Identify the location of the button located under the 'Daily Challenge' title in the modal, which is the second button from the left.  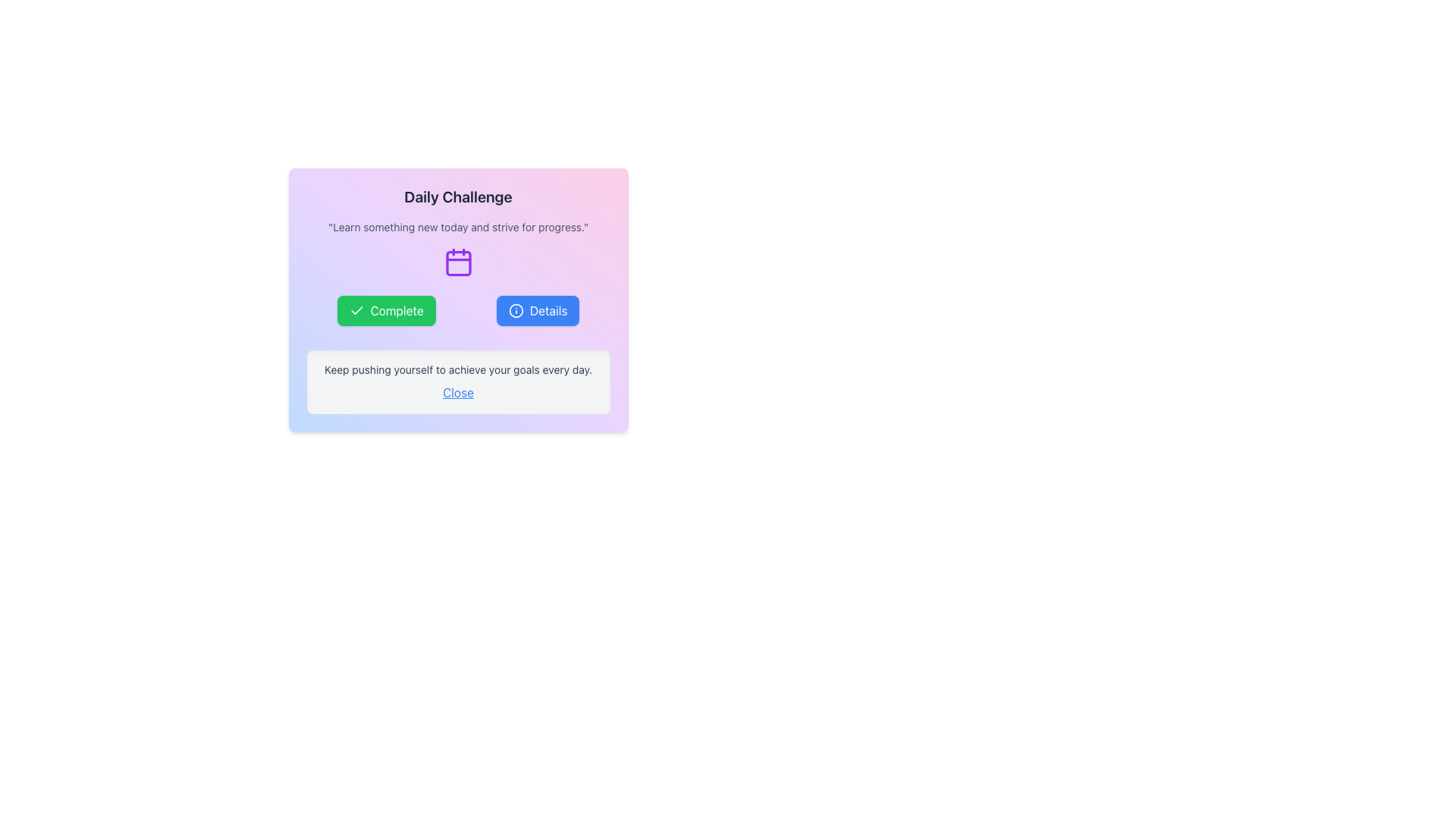
(538, 309).